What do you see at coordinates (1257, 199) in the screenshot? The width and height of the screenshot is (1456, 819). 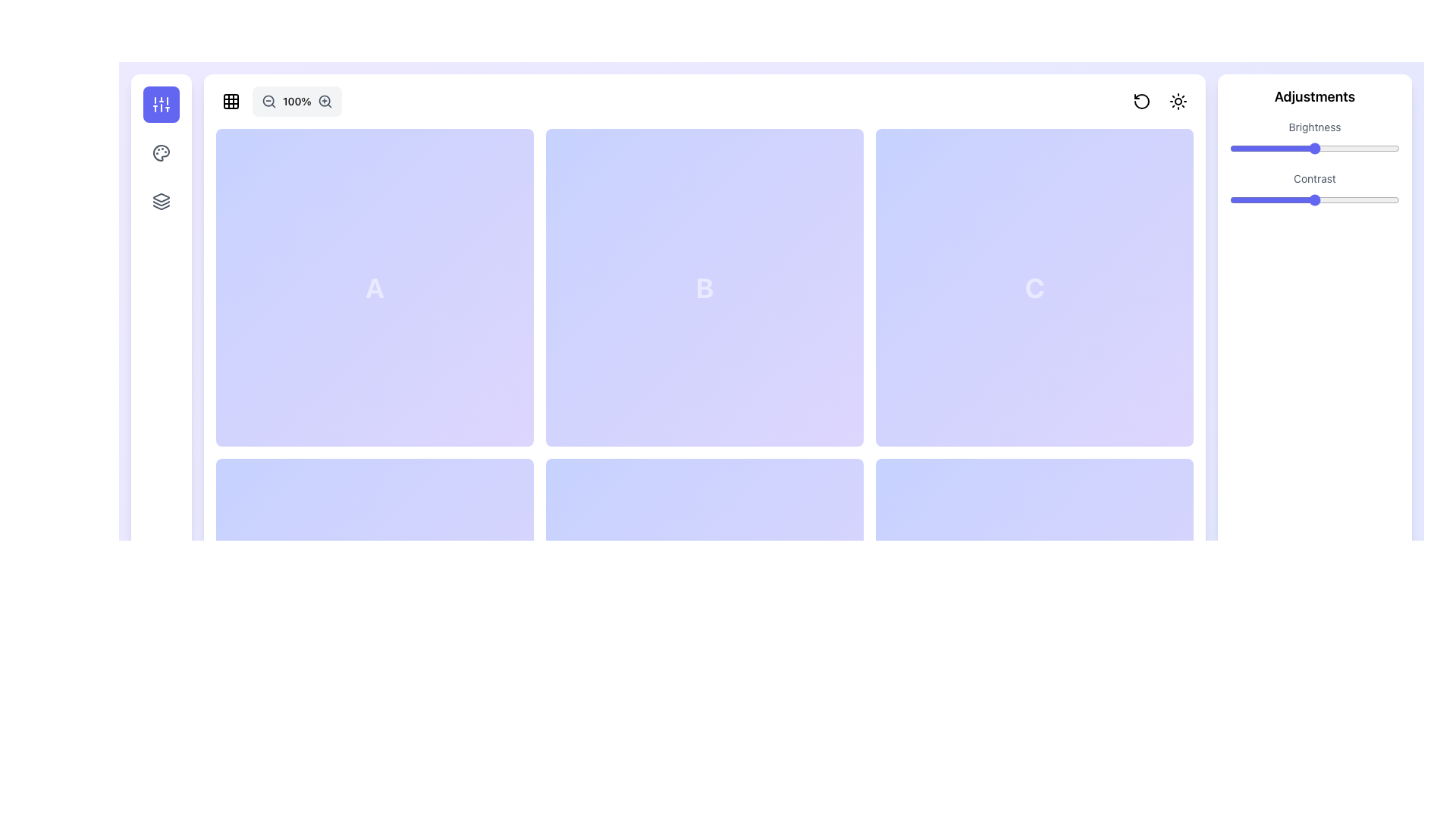 I see `the contrast` at bounding box center [1257, 199].